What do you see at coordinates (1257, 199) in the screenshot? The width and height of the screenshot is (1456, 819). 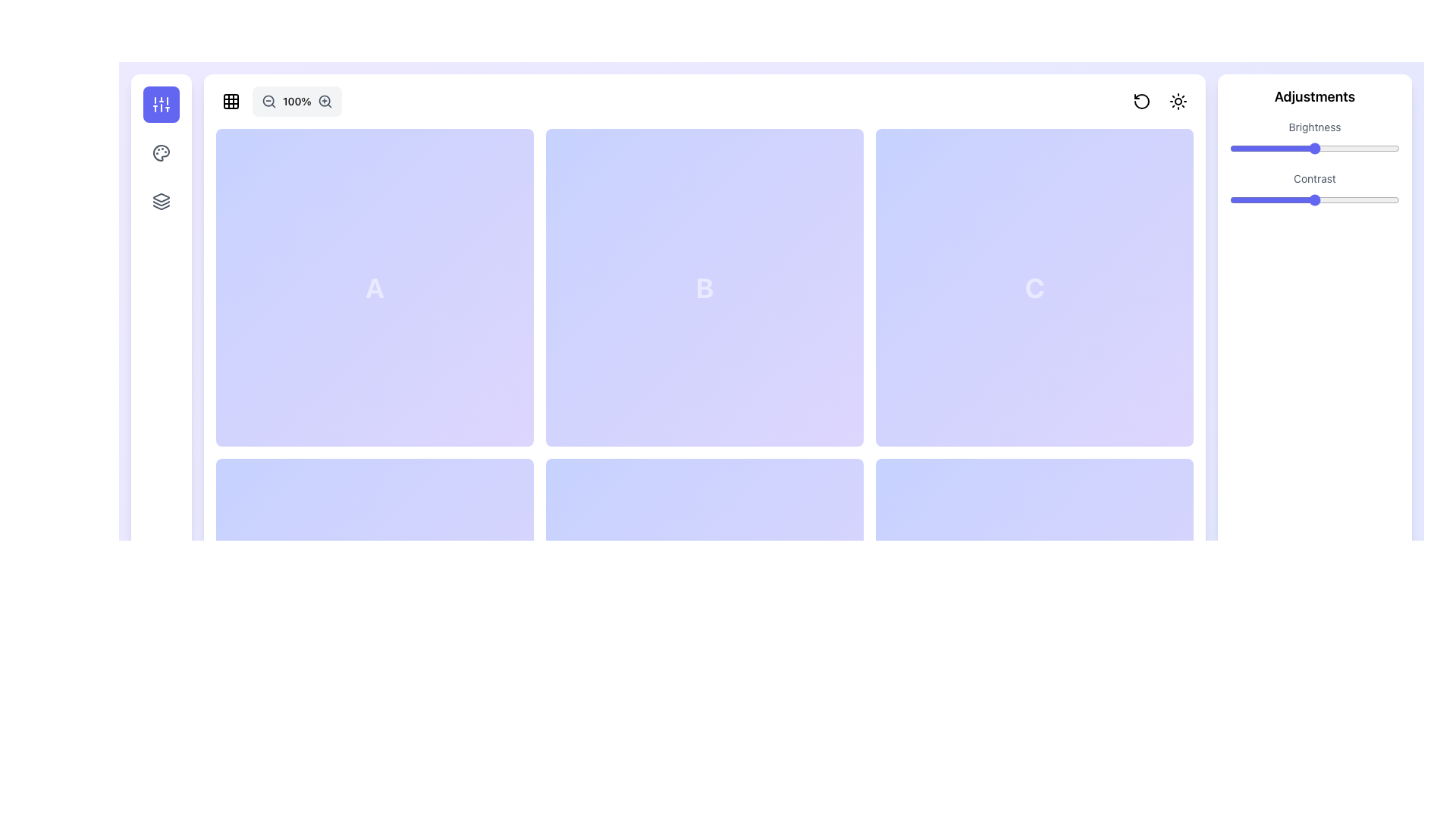 I see `the contrast` at bounding box center [1257, 199].